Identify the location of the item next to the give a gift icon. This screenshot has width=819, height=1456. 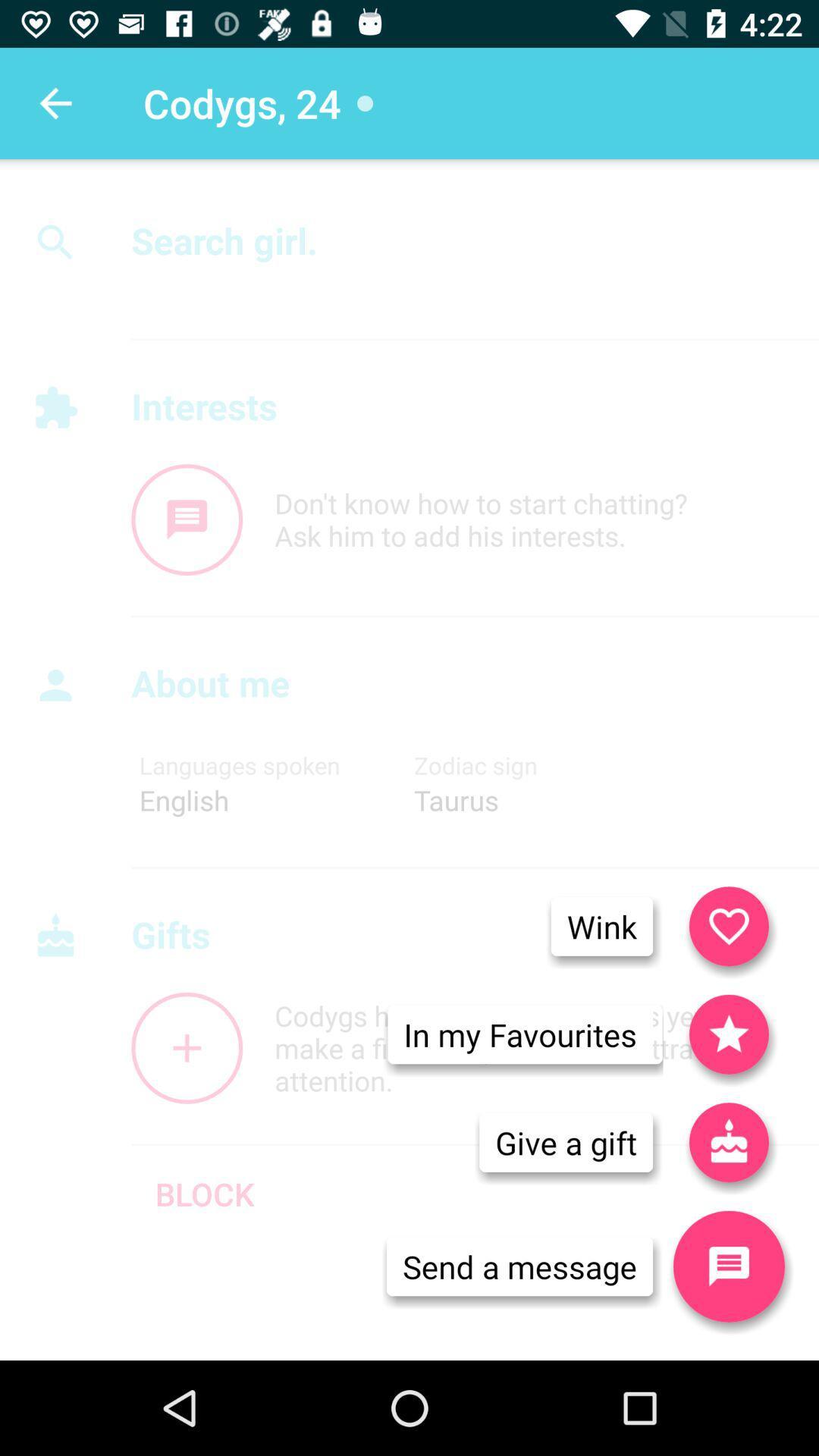
(728, 1266).